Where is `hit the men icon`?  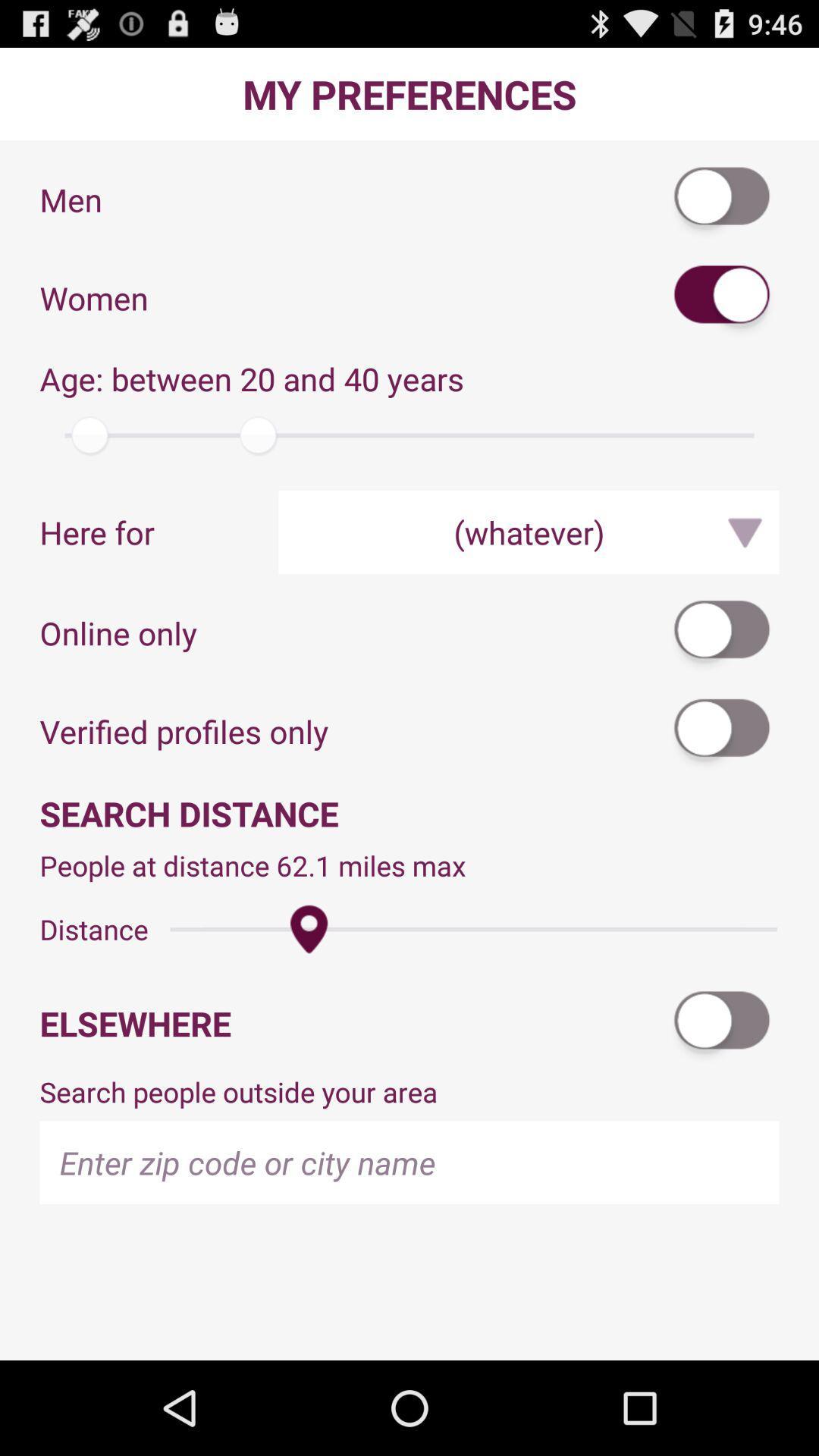 hit the men icon is located at coordinates (722, 199).